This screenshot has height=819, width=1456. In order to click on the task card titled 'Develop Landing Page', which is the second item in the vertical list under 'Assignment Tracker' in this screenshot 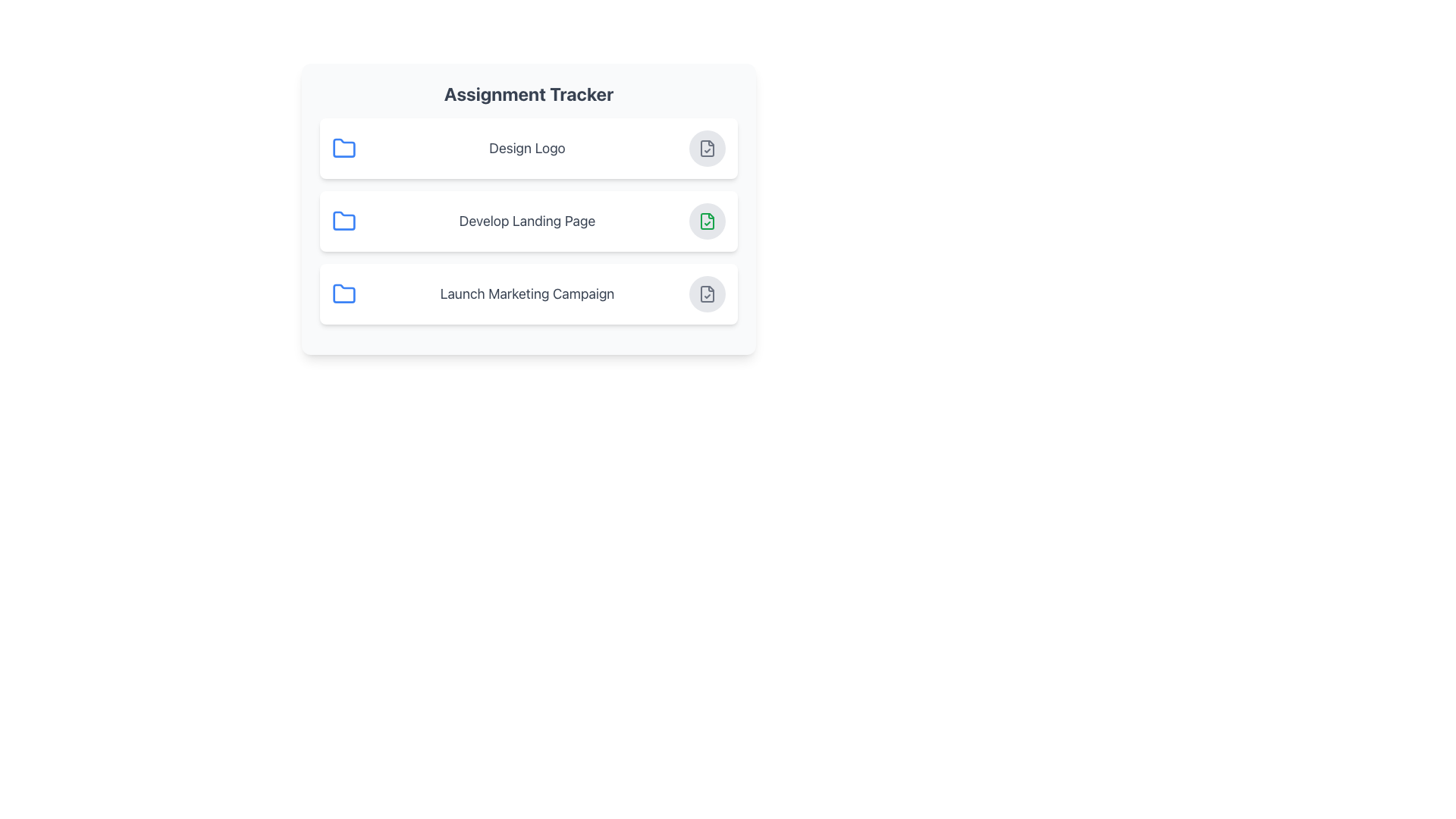, I will do `click(529, 221)`.